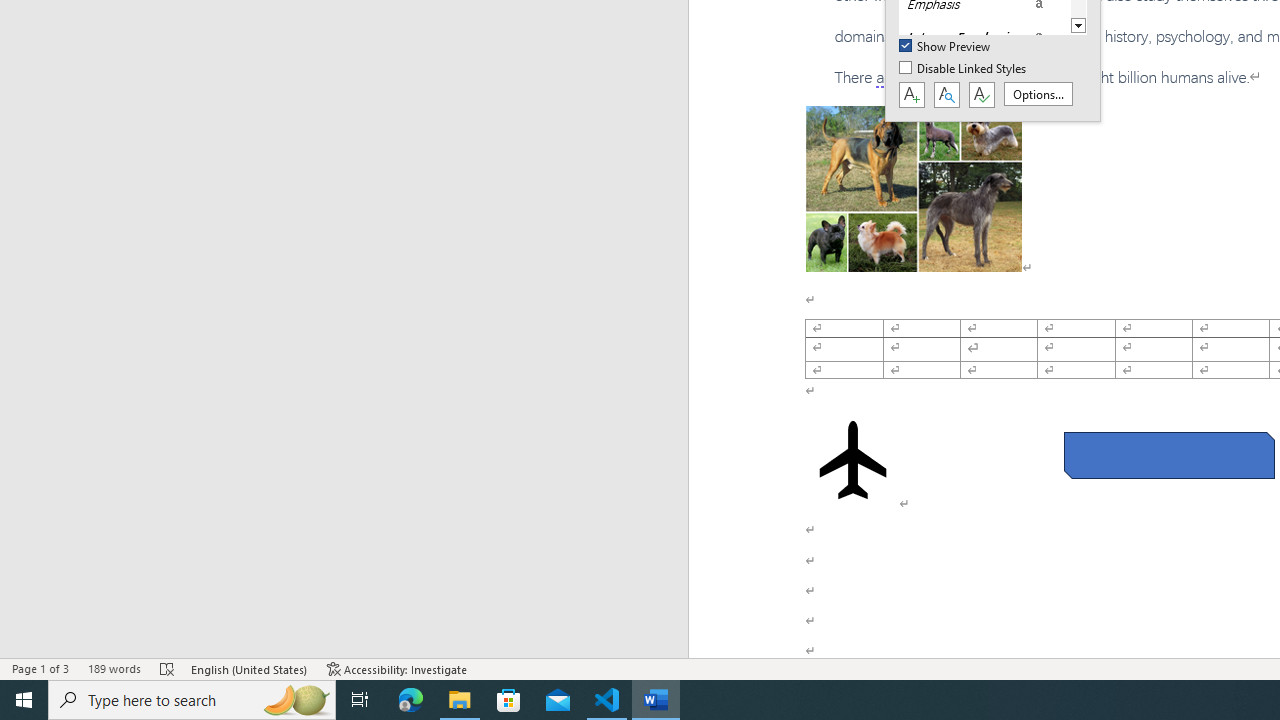 Image resolution: width=1280 pixels, height=720 pixels. What do you see at coordinates (168, 669) in the screenshot?
I see `'Spelling and Grammar Check Errors'` at bounding box center [168, 669].